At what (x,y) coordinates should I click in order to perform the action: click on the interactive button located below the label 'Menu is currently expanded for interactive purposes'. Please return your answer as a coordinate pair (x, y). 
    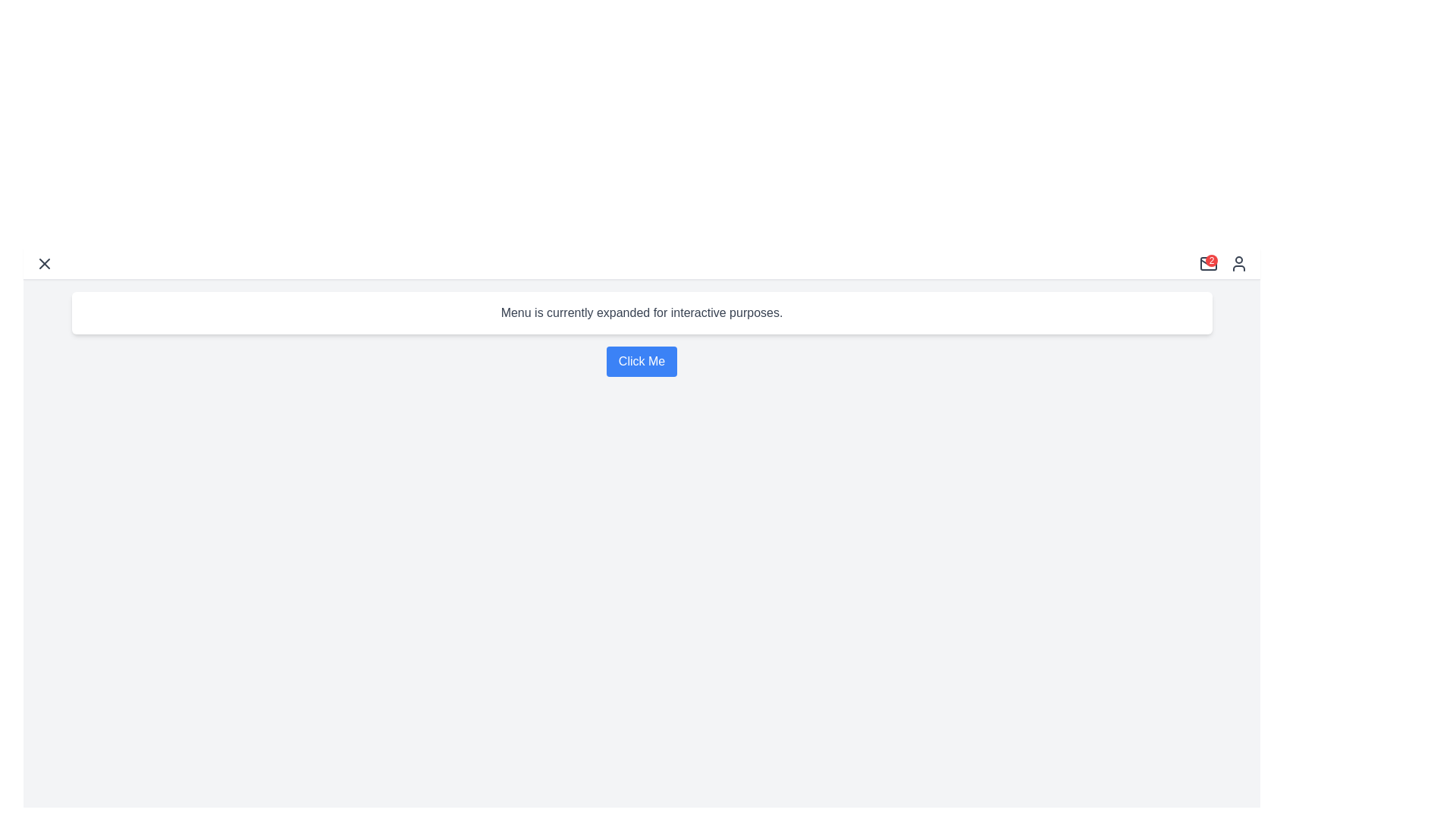
    Looking at the image, I should click on (642, 362).